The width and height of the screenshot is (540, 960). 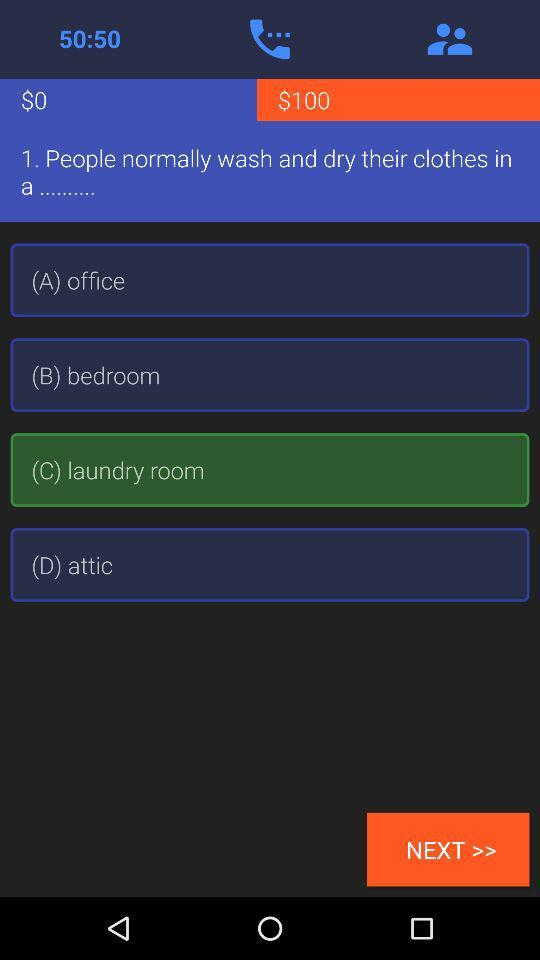 What do you see at coordinates (270, 38) in the screenshot?
I see `make practice phone call` at bounding box center [270, 38].